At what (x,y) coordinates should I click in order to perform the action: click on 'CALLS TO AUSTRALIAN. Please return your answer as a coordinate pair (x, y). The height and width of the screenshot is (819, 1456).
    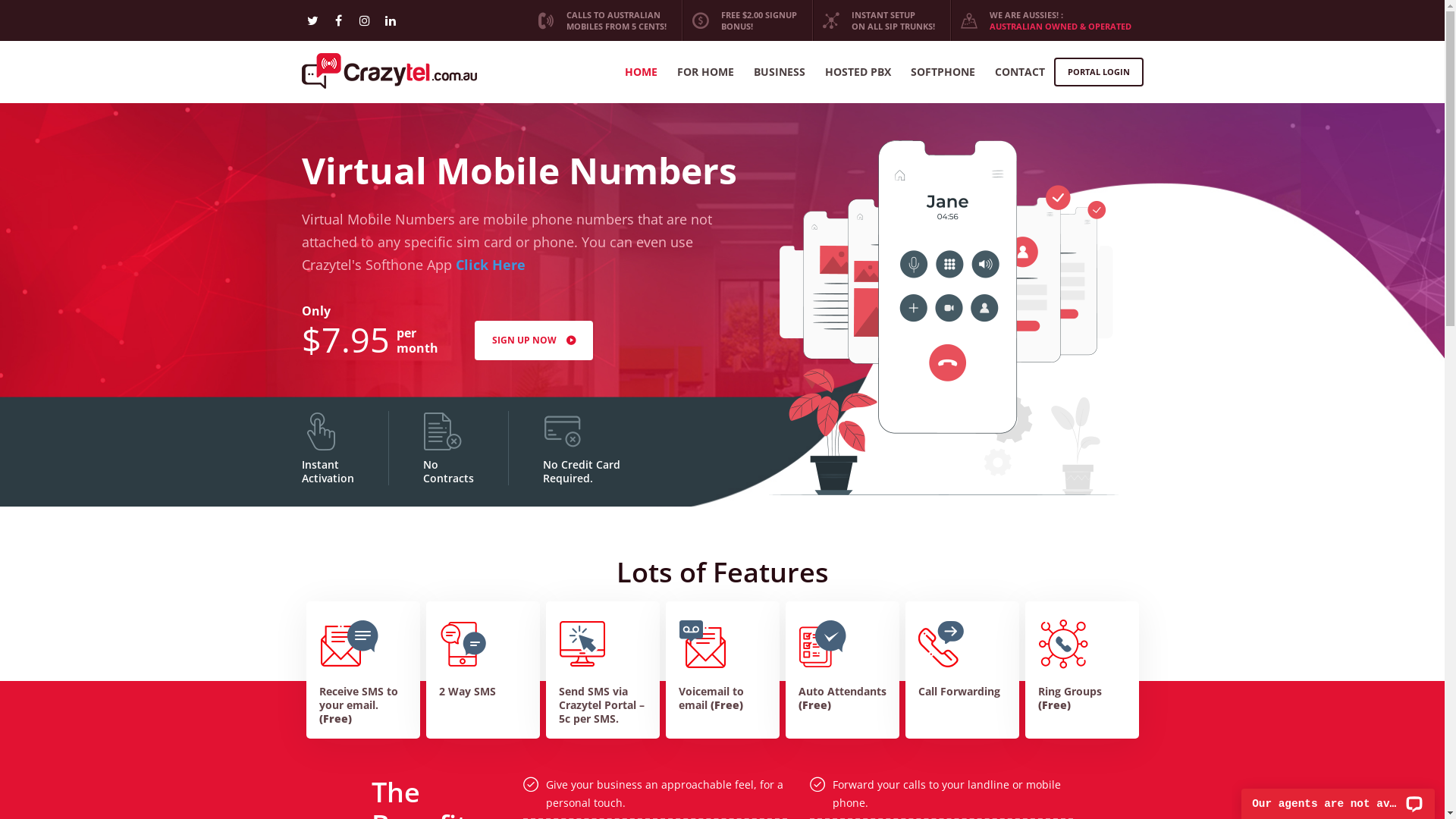
    Looking at the image, I should click on (601, 20).